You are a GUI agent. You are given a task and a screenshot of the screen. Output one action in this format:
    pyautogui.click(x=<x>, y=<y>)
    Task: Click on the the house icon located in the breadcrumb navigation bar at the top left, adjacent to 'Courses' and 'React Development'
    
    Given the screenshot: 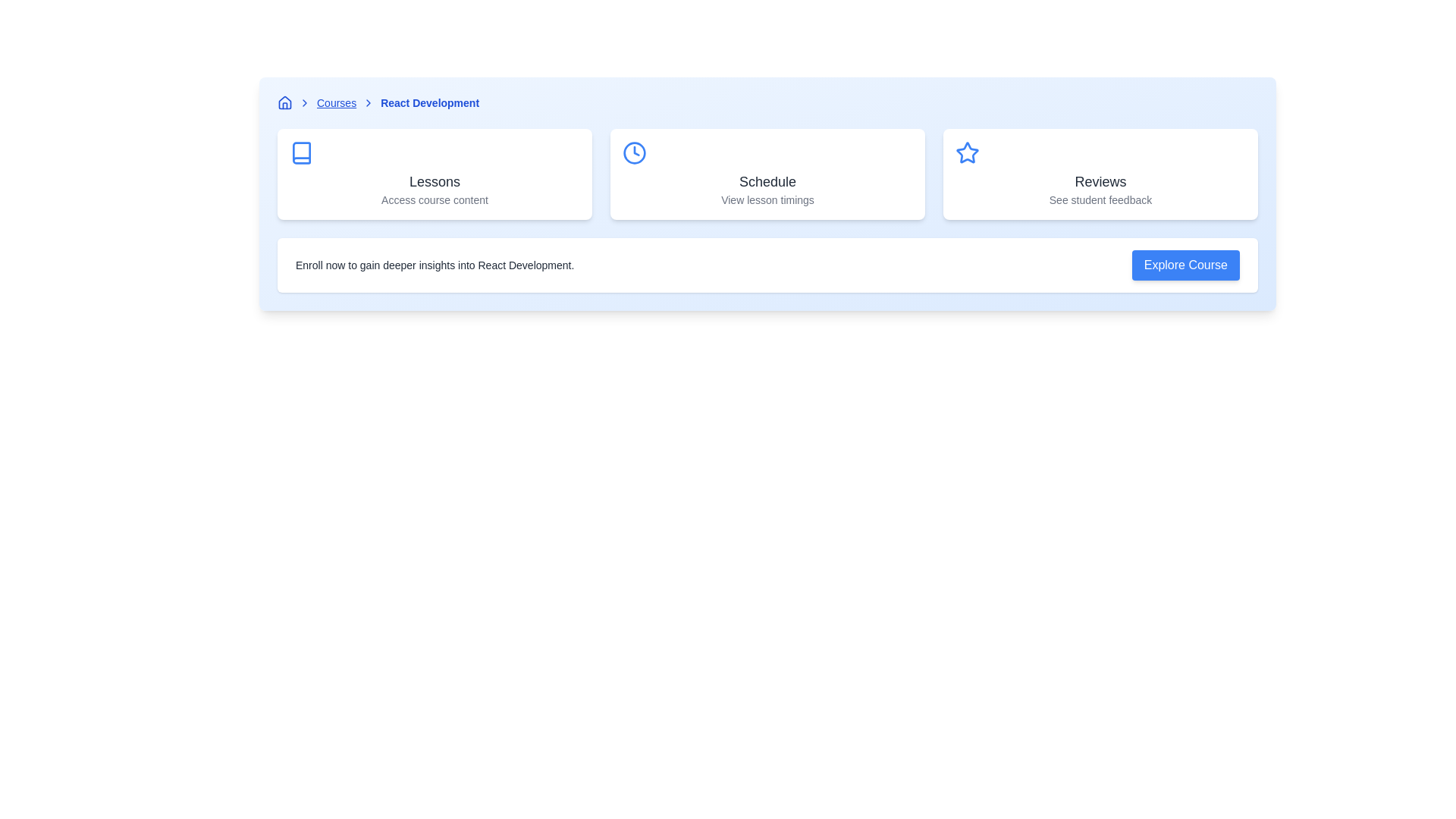 What is the action you would take?
    pyautogui.click(x=284, y=102)
    